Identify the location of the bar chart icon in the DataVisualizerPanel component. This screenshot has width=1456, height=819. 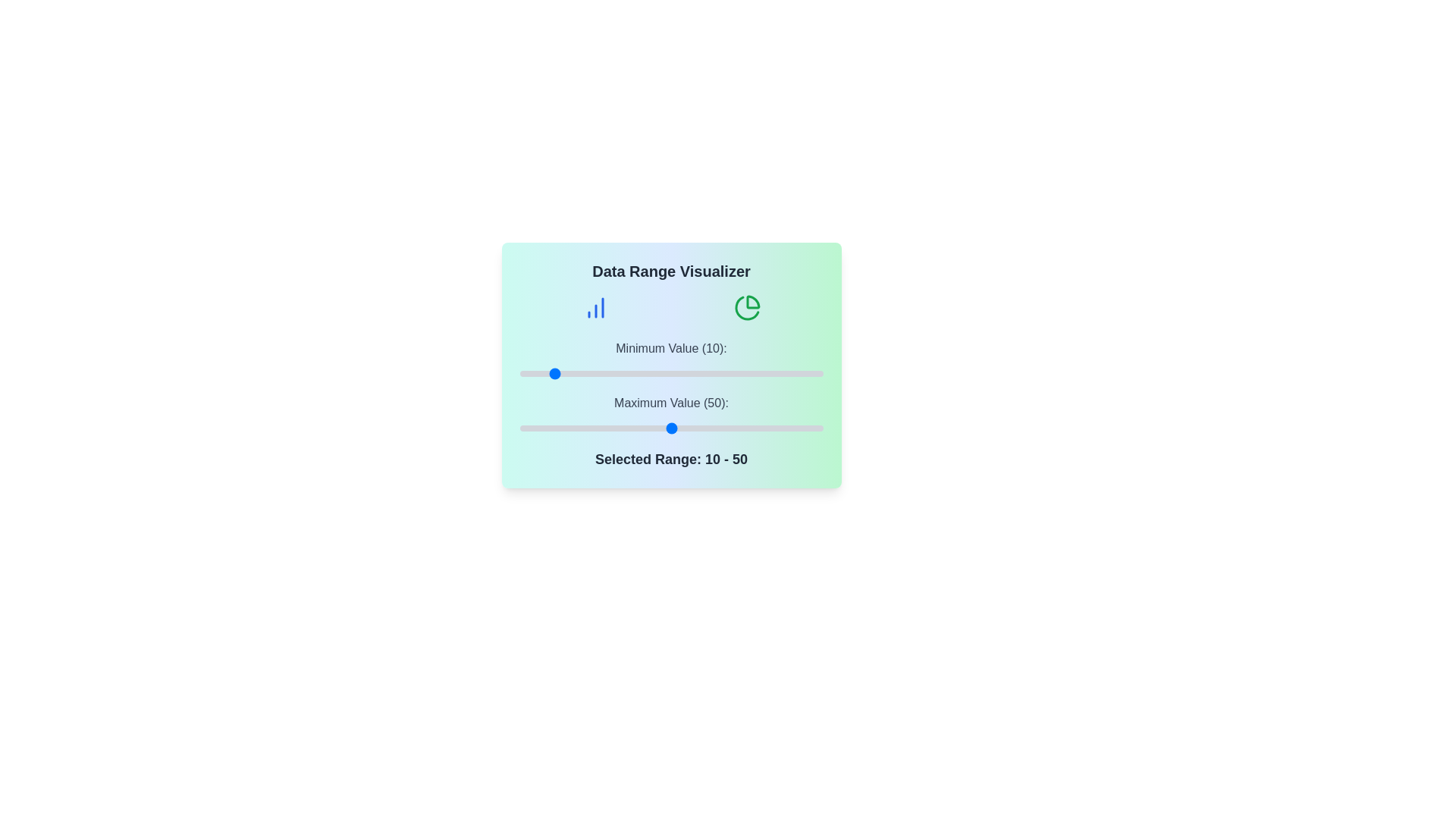
(595, 307).